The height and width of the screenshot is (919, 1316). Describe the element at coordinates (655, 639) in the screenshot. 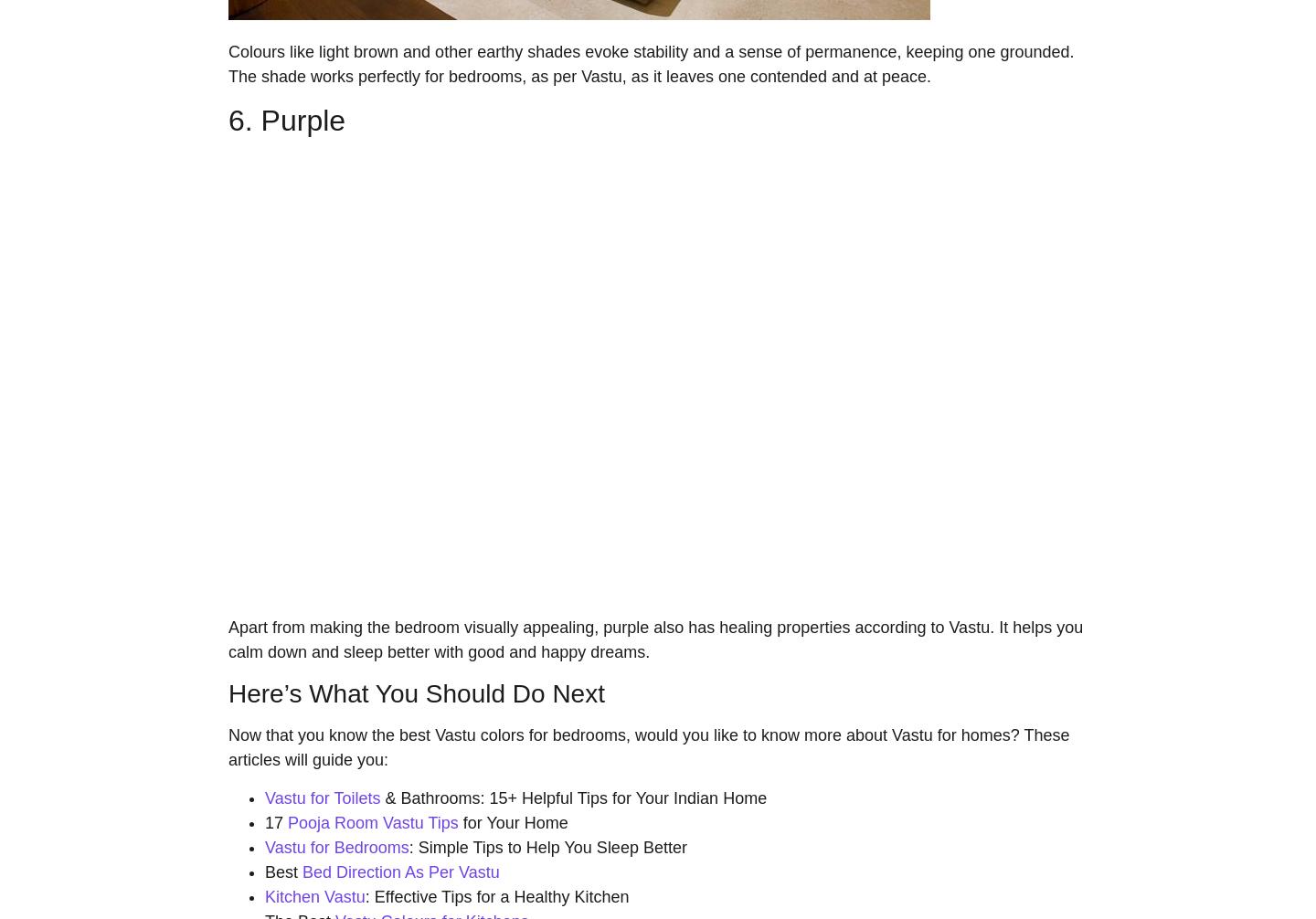

I see `'Apart from making the bedroom visually appealing, purple also has healing properties according to Vastu. It helps you calm down and sleep better with good and happy dreams.'` at that location.